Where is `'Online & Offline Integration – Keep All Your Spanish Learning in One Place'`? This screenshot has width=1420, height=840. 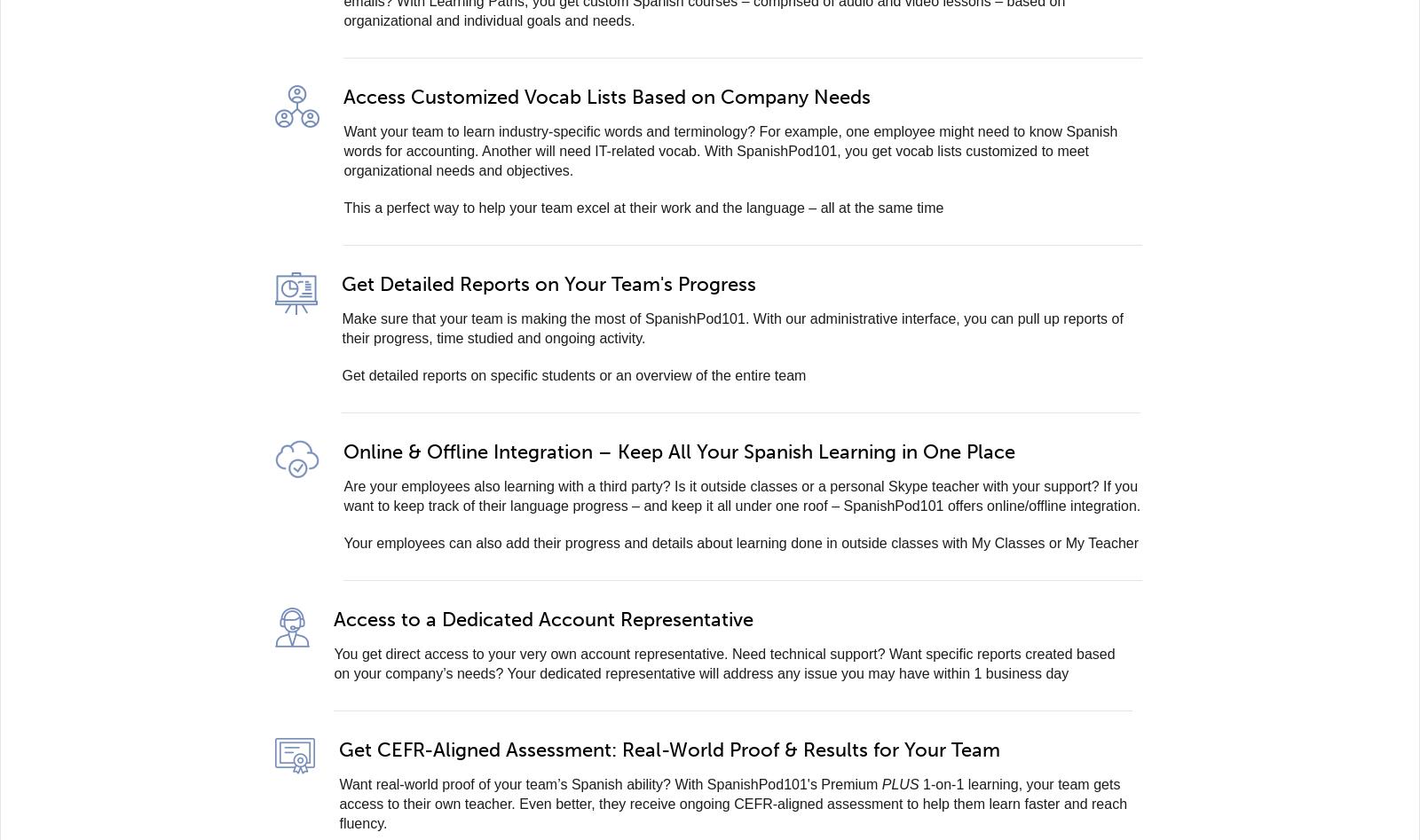
'Online & Offline Integration – Keep All Your Spanish Learning in One Place' is located at coordinates (679, 451).